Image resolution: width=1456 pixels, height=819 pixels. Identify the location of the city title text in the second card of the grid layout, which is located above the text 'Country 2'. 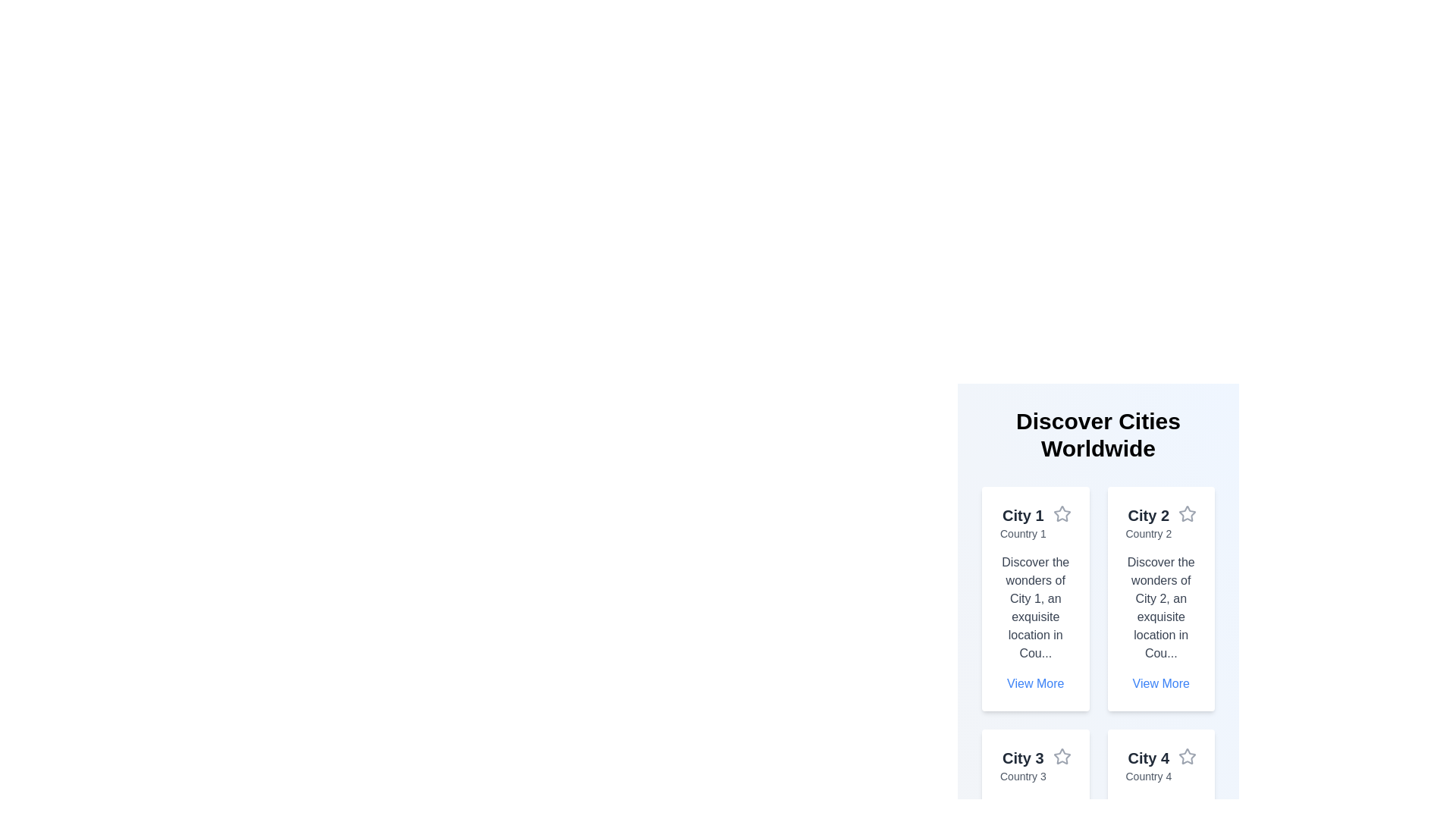
(1148, 514).